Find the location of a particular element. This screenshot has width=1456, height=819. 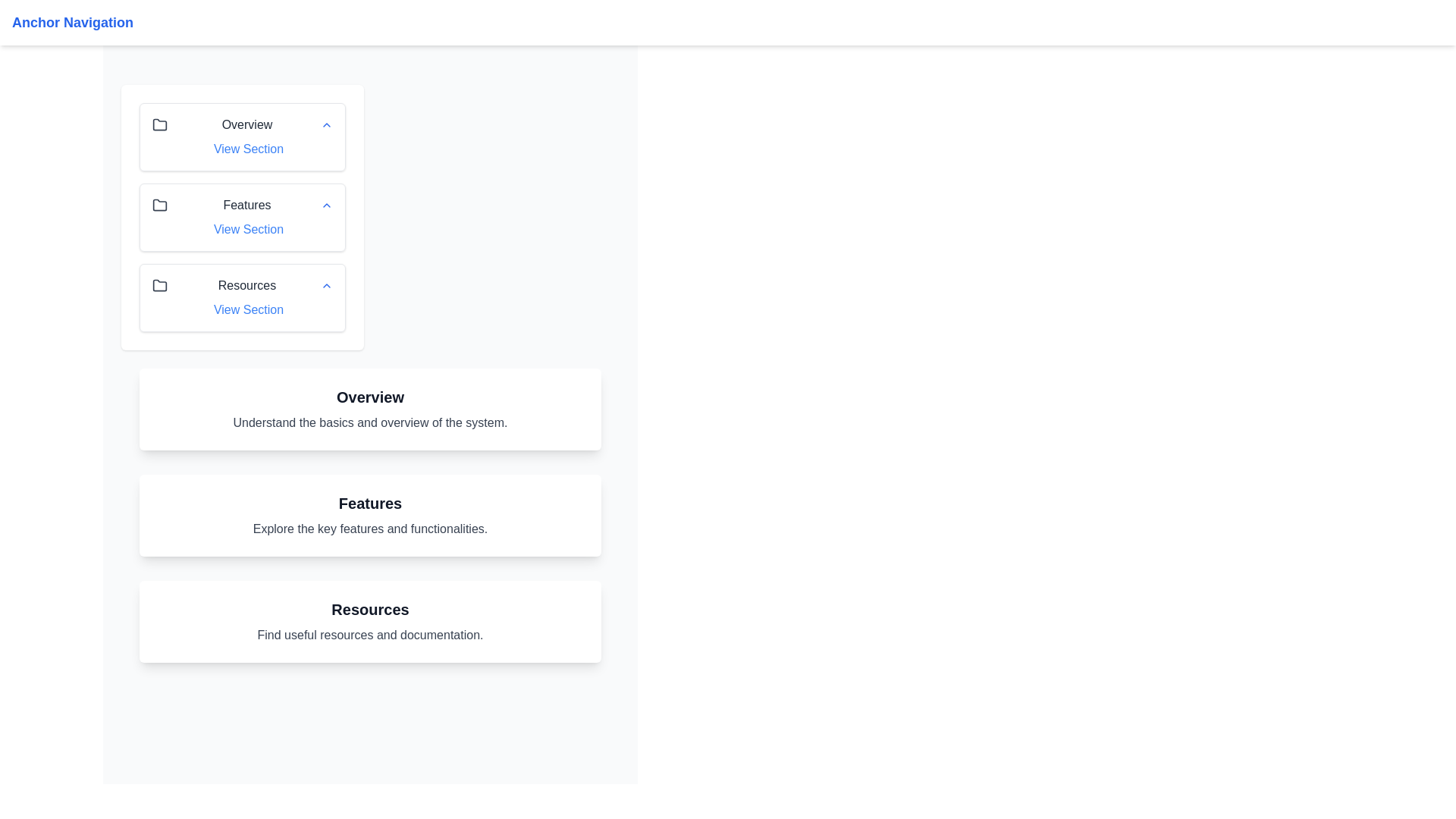

the 'Anchor Navigation' text label, which is a bold, large, blue-colored label located in the white header bar at the top of the page is located at coordinates (72, 23).